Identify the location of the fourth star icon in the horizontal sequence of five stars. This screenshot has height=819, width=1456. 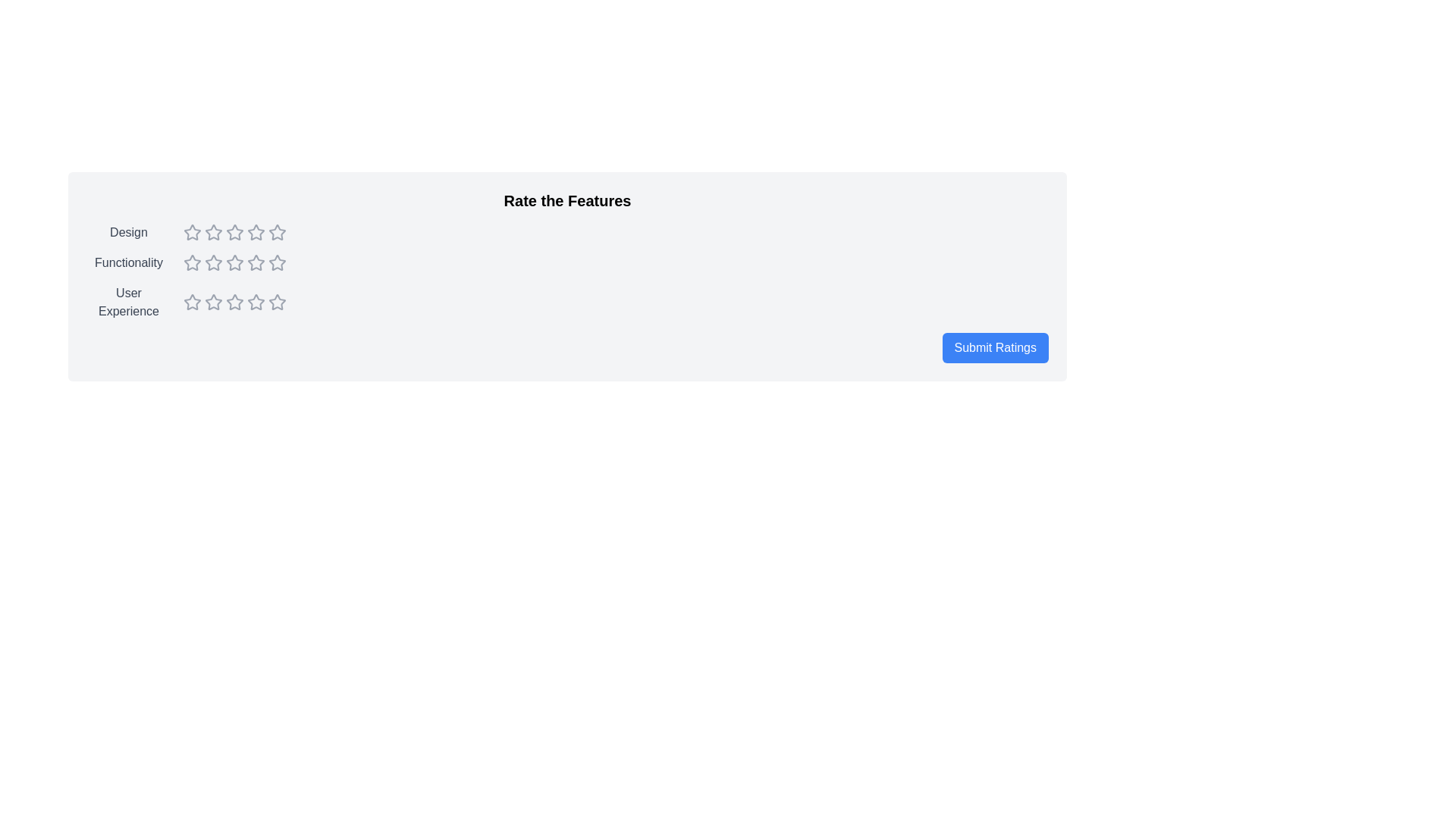
(277, 262).